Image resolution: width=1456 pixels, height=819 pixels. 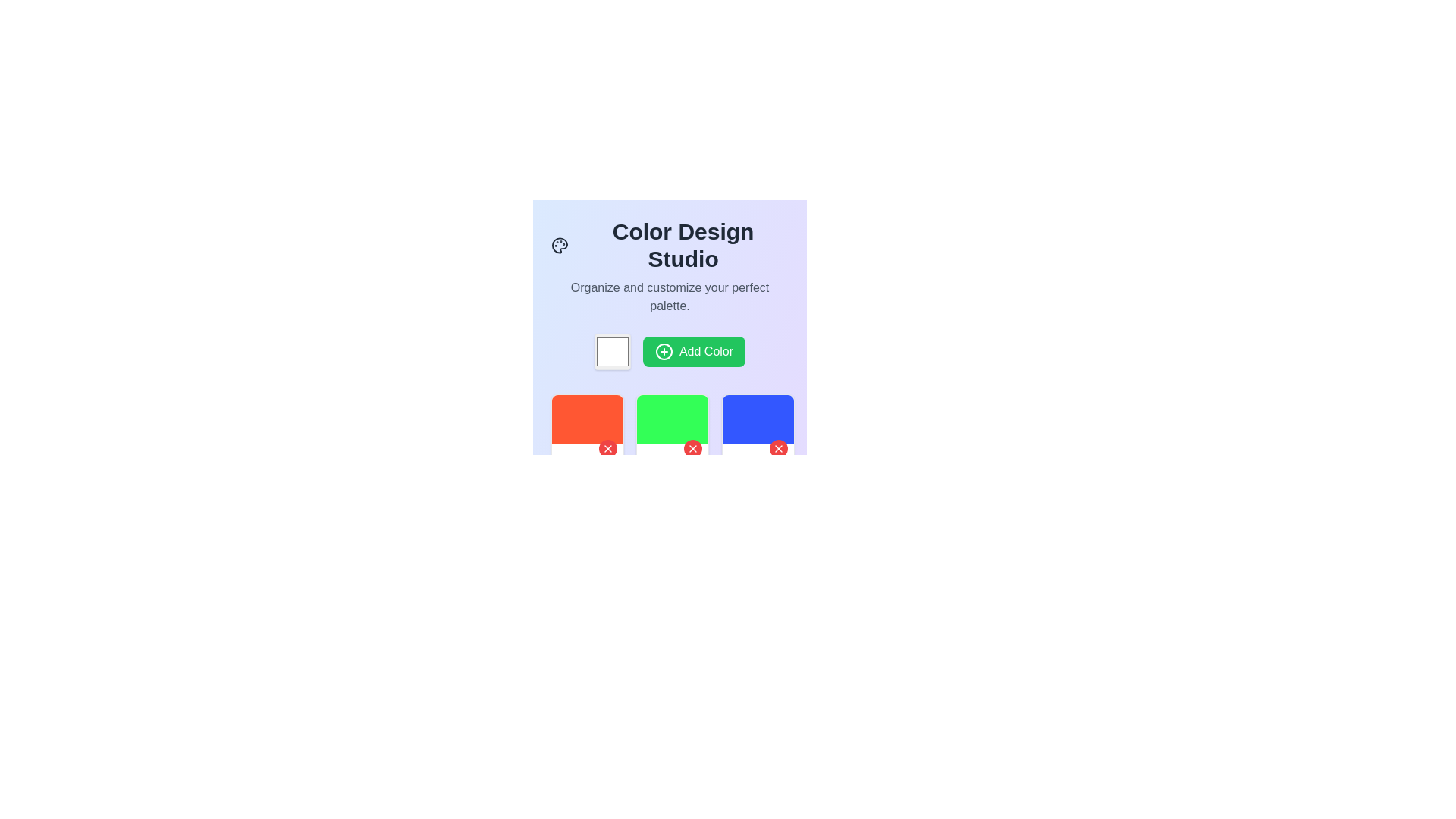 What do you see at coordinates (664, 351) in the screenshot?
I see `the interactive circle icon located to the left of the 'Add Color' green button` at bounding box center [664, 351].